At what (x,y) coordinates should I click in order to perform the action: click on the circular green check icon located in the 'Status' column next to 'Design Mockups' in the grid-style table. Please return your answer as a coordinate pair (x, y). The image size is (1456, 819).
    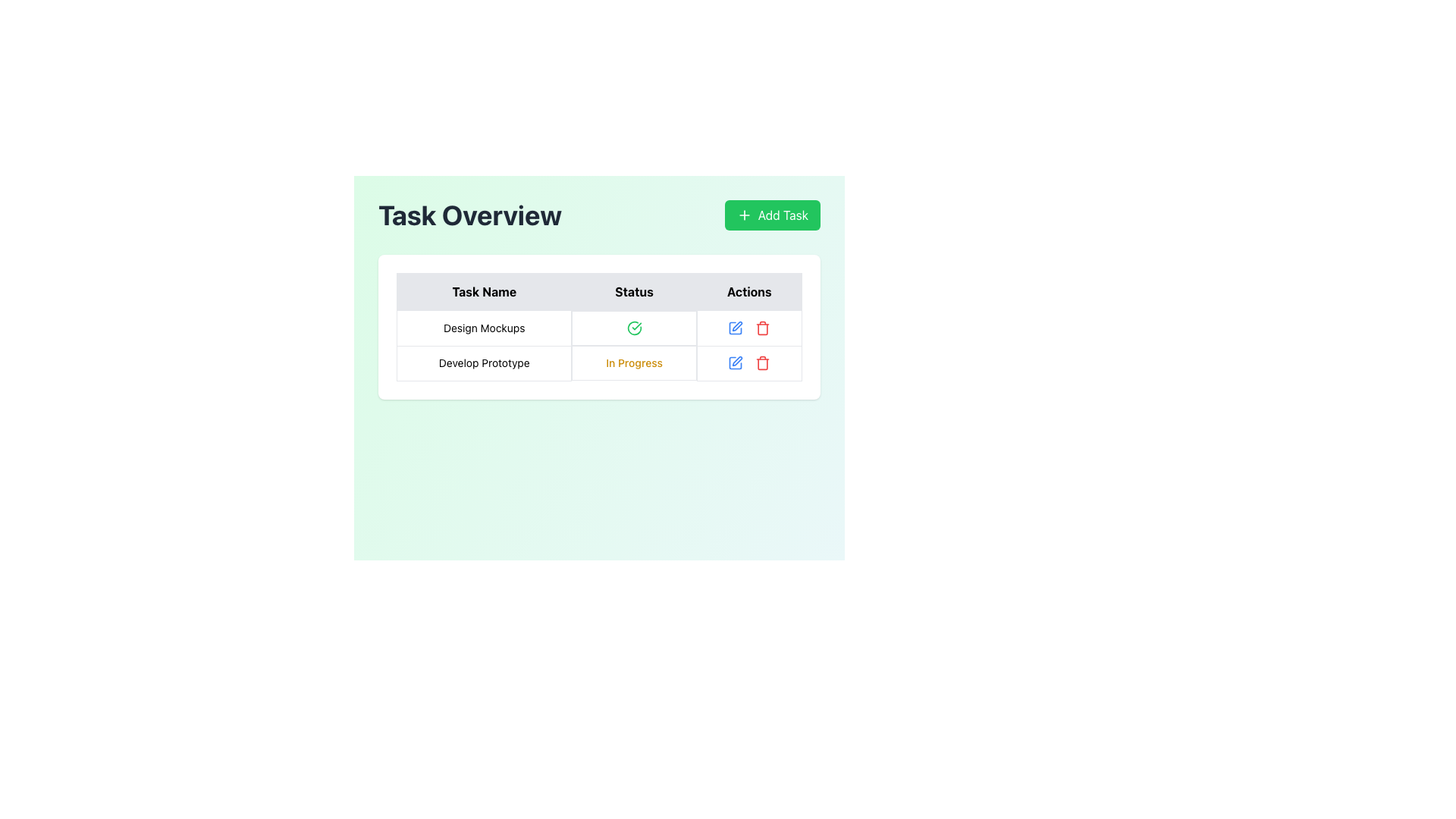
    Looking at the image, I should click on (634, 327).